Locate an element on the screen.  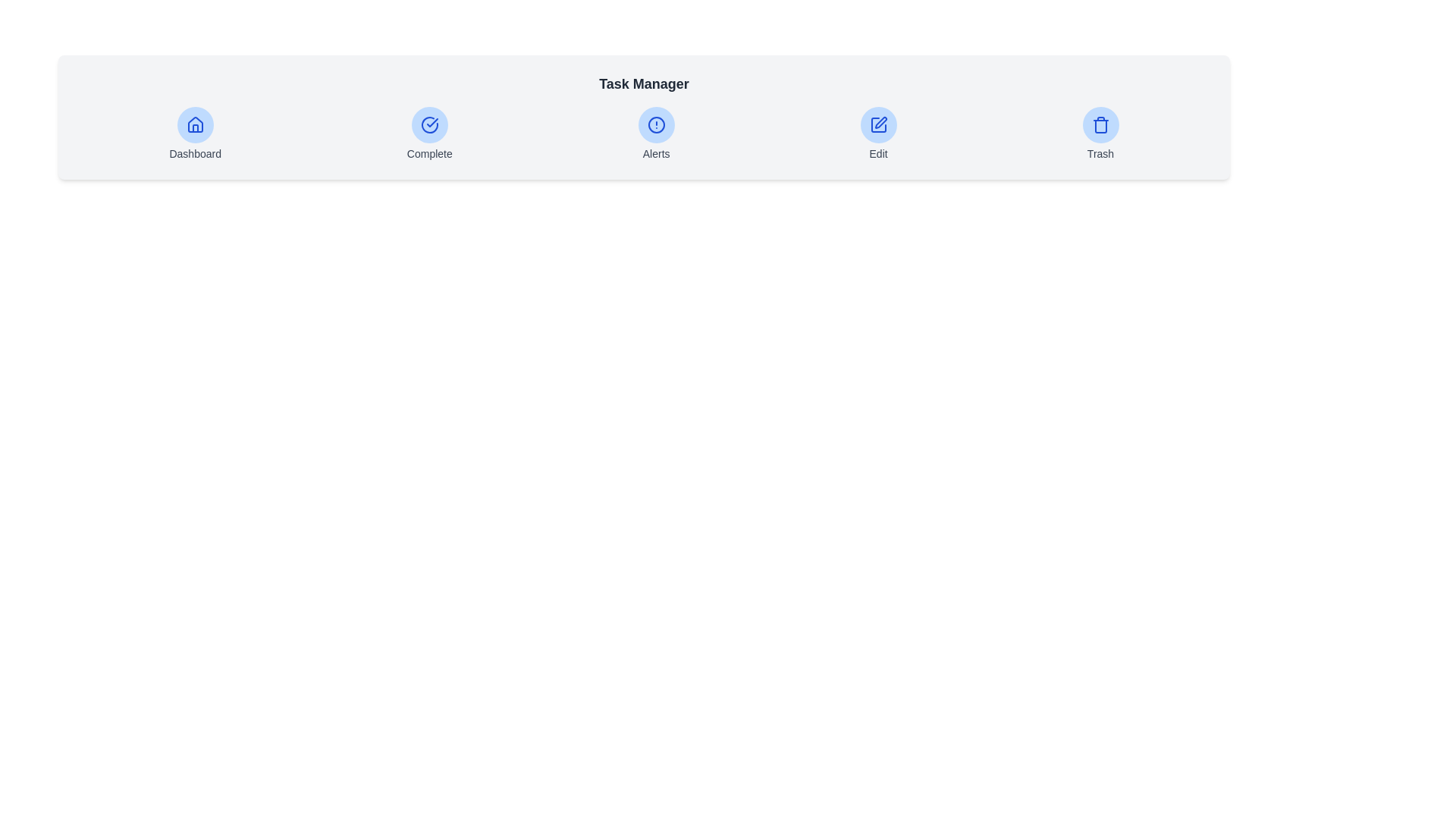
the blue trash can icon located in the top-right corner of the interface is located at coordinates (1100, 124).